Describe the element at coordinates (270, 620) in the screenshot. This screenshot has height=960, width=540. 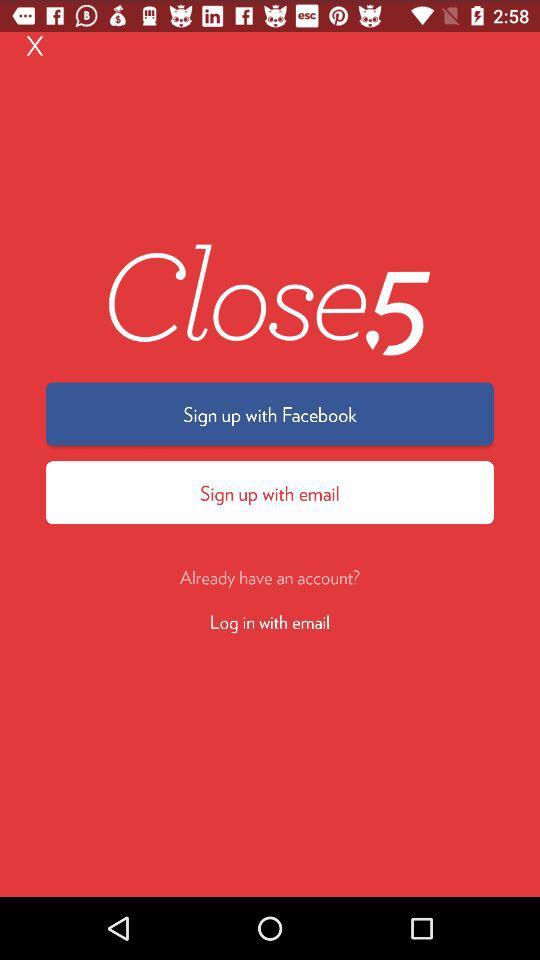
I see `log in with icon` at that location.